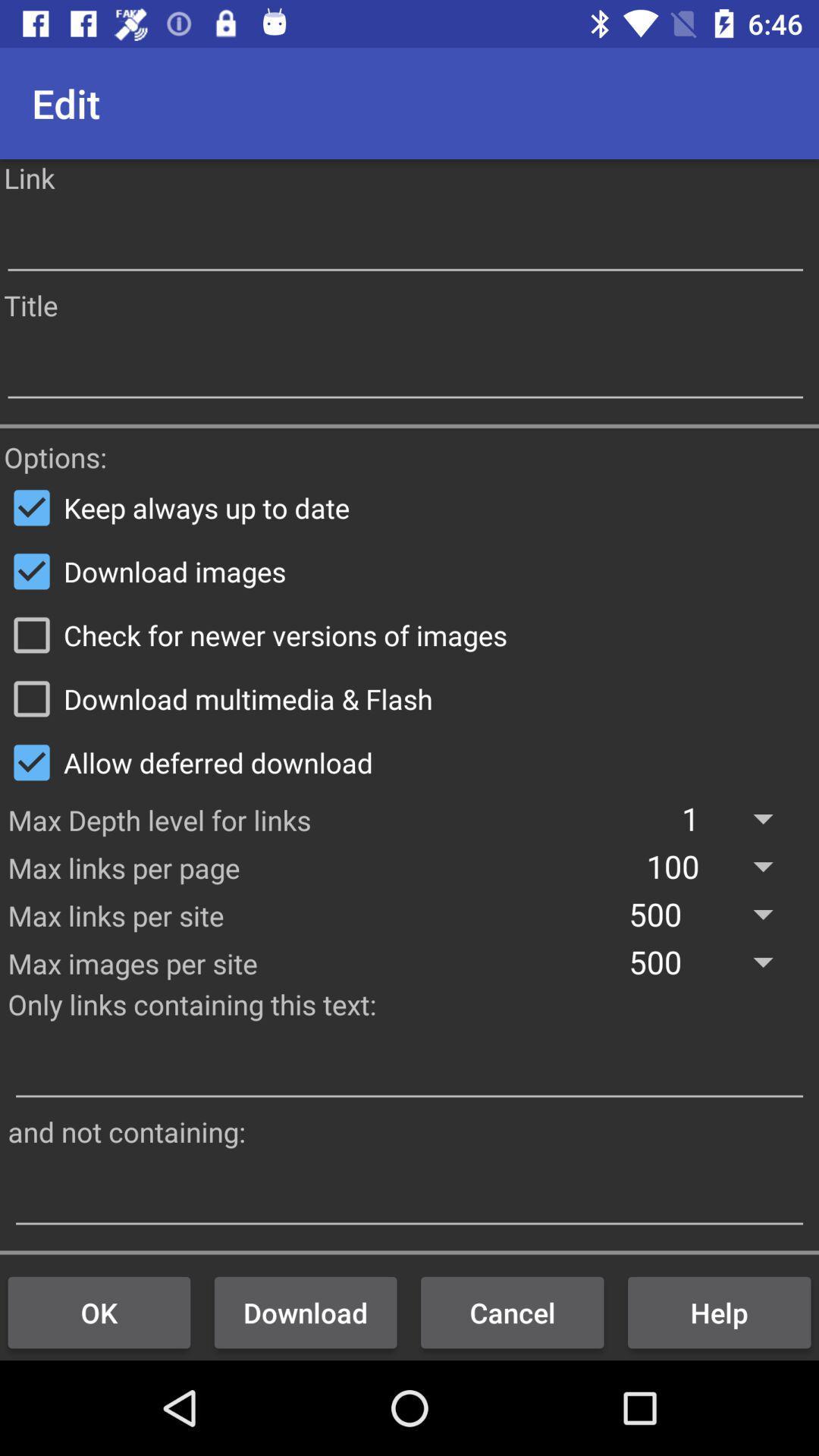 Image resolution: width=819 pixels, height=1456 pixels. Describe the element at coordinates (404, 369) in the screenshot. I see `title` at that location.